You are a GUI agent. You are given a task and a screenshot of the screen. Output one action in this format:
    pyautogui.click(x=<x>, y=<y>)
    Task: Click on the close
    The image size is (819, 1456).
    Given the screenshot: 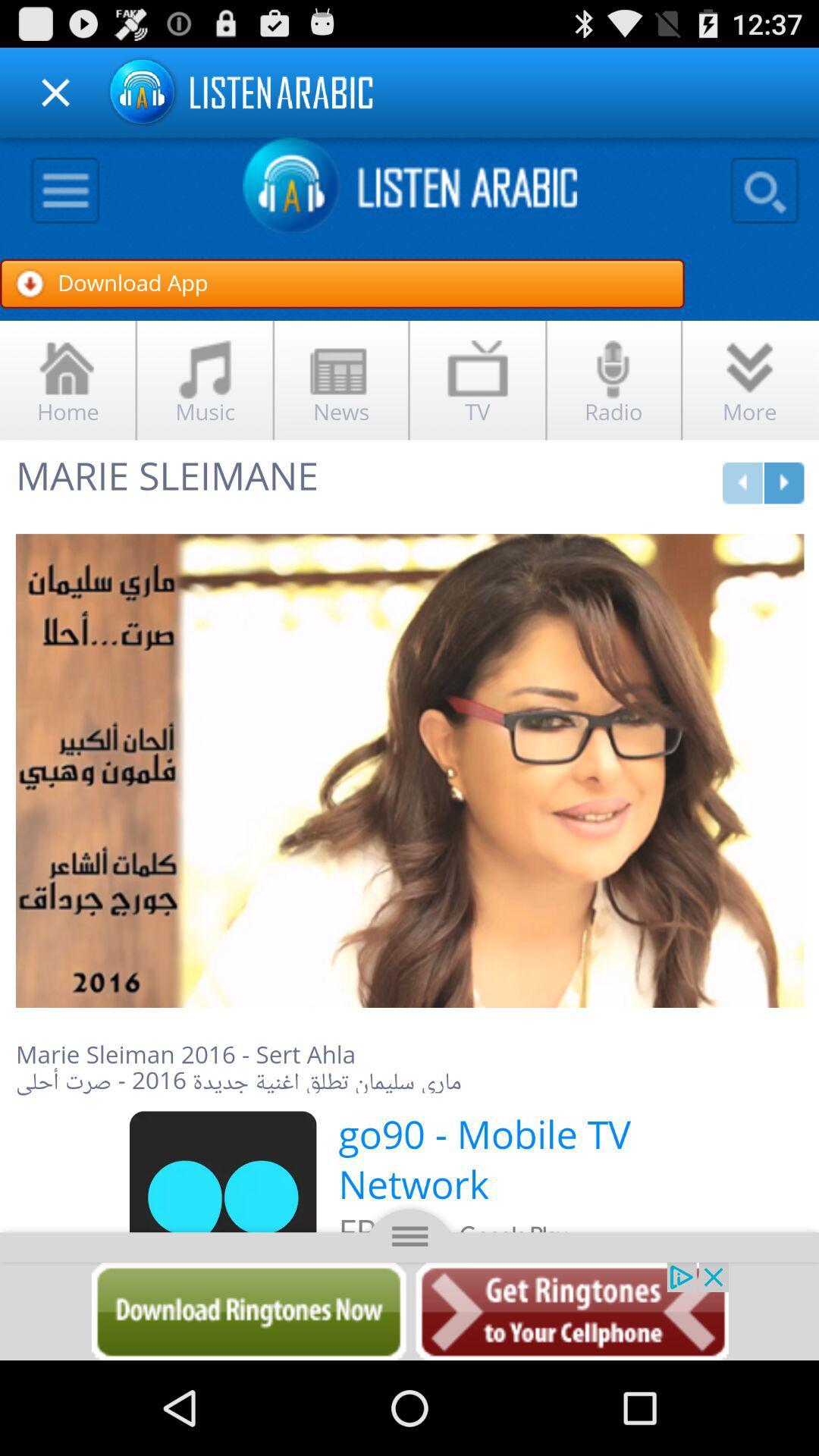 What is the action you would take?
    pyautogui.click(x=55, y=92)
    